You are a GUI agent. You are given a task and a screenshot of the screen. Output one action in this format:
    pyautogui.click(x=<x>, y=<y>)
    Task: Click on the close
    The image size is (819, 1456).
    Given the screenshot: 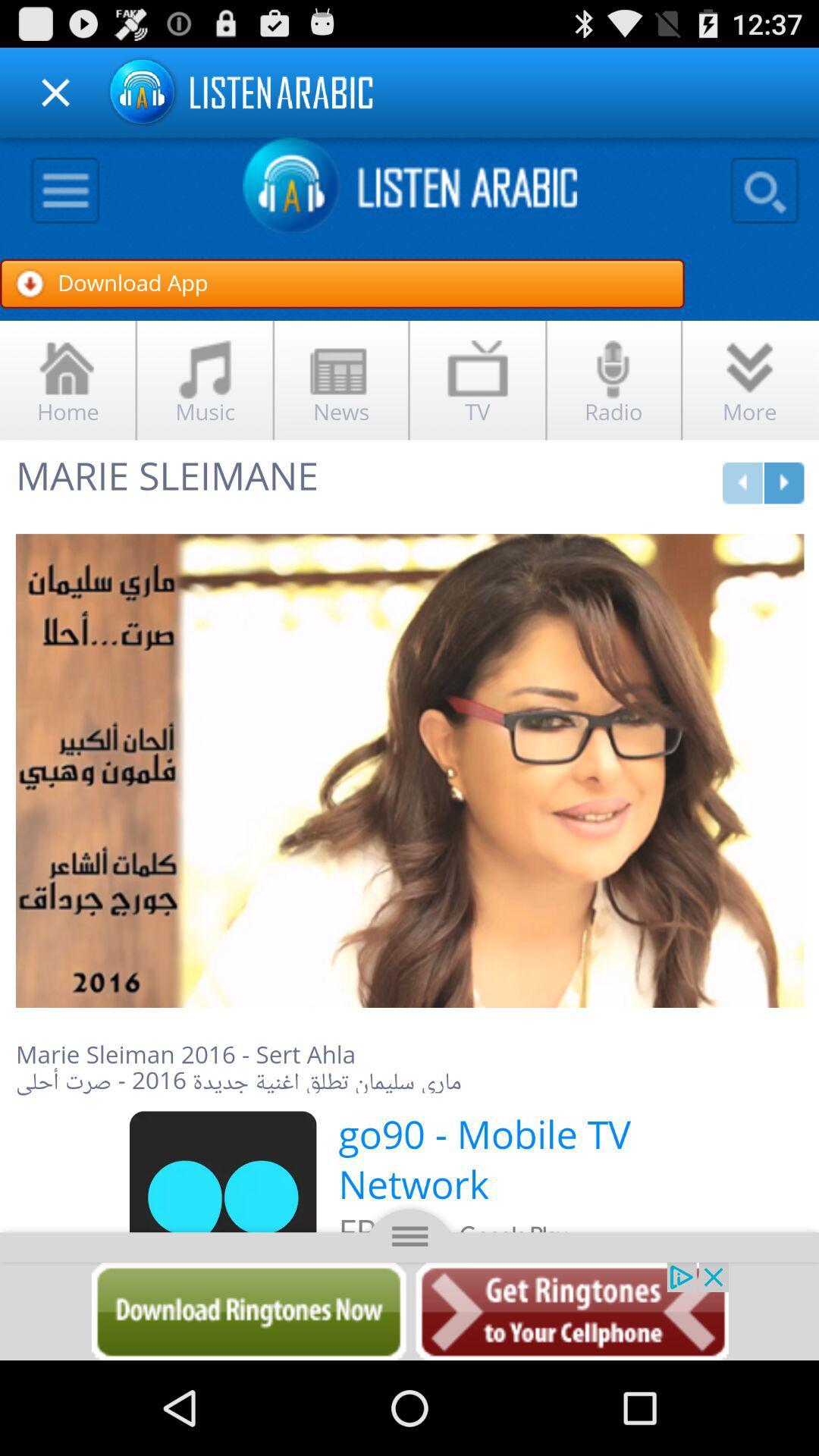 What is the action you would take?
    pyautogui.click(x=55, y=92)
    